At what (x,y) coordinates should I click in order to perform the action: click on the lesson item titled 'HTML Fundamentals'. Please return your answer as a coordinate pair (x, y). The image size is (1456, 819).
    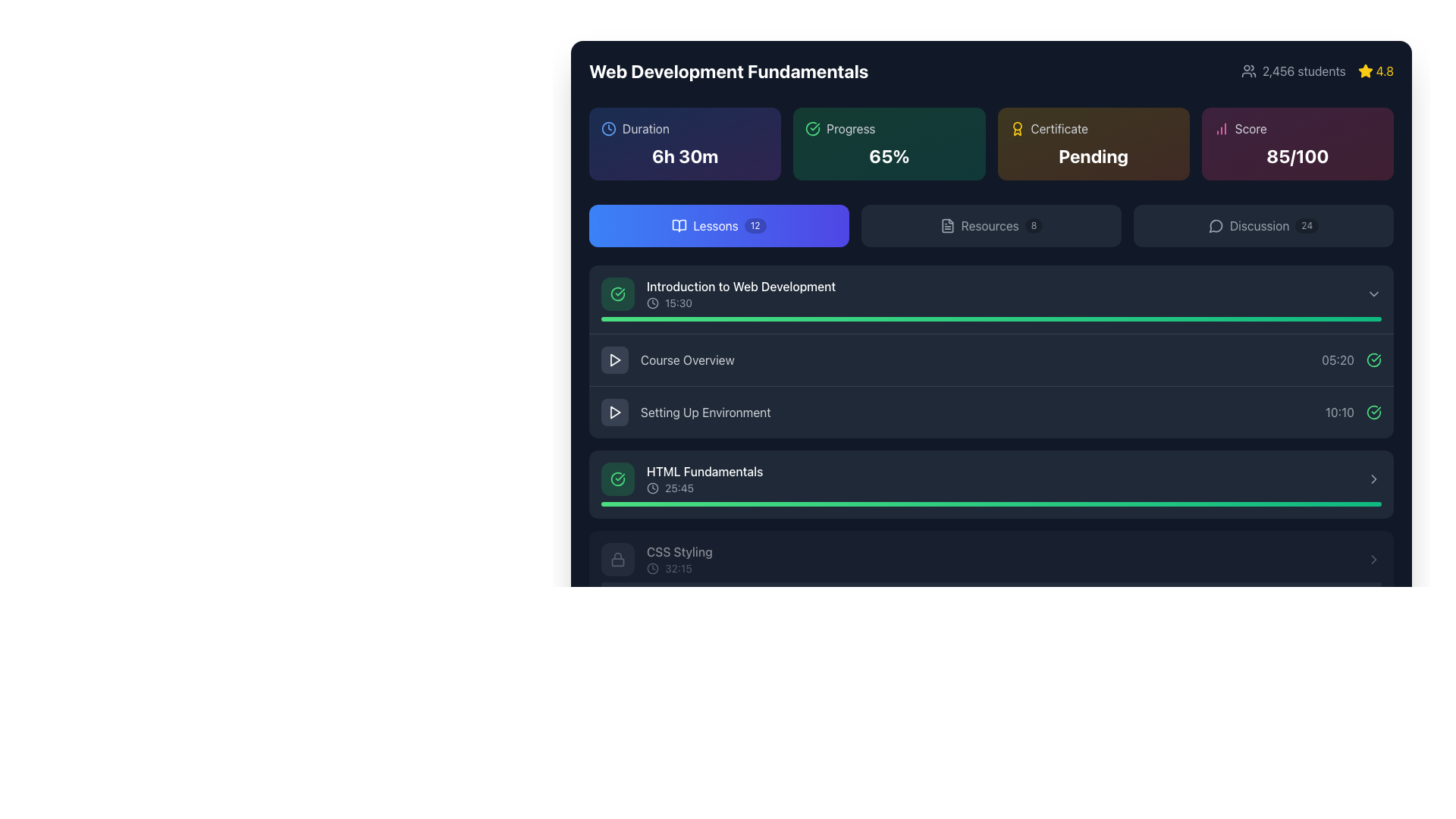
    Looking at the image, I should click on (704, 479).